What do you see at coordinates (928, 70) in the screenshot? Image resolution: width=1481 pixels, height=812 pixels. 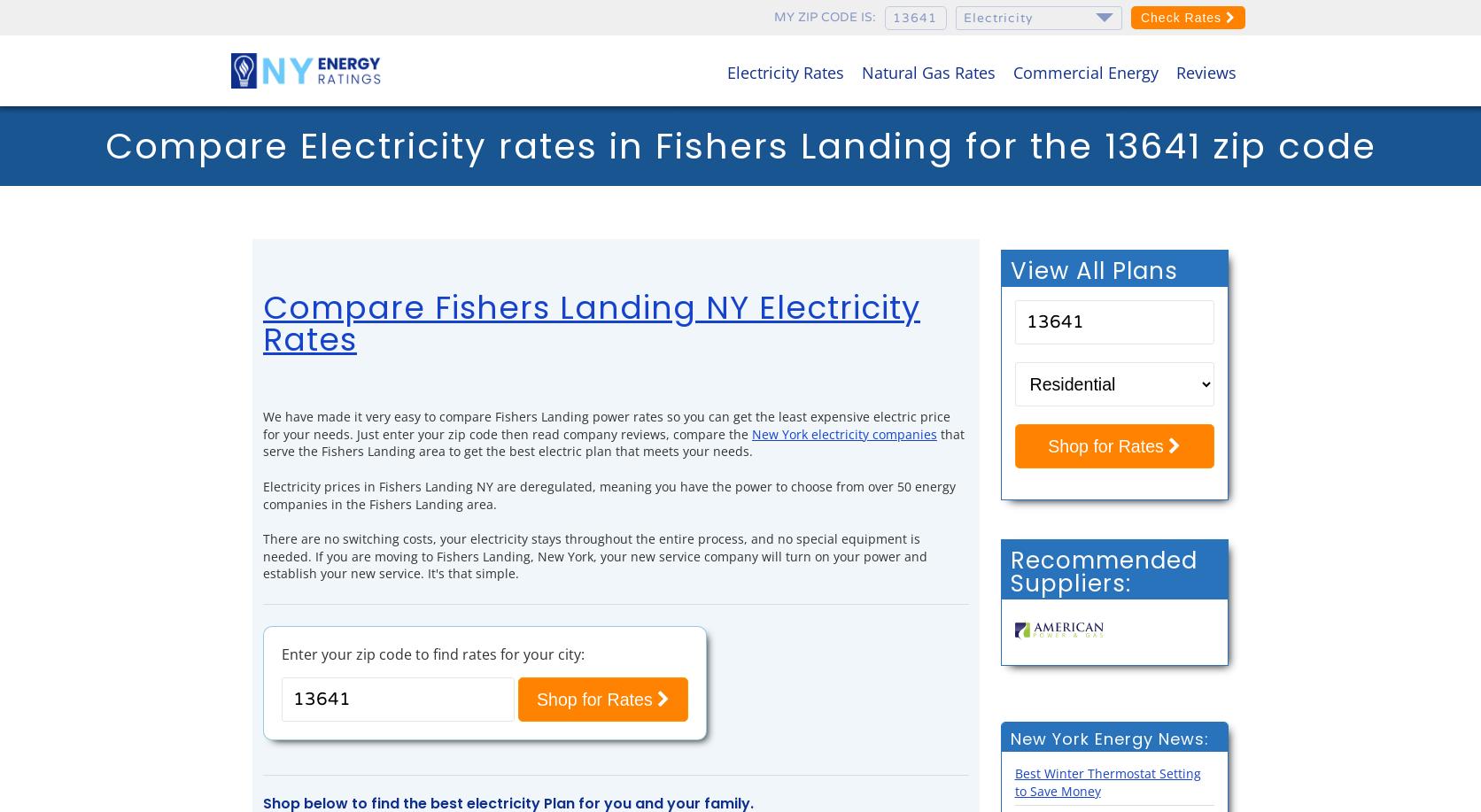 I see `'Natural Gas Rates'` at bounding box center [928, 70].